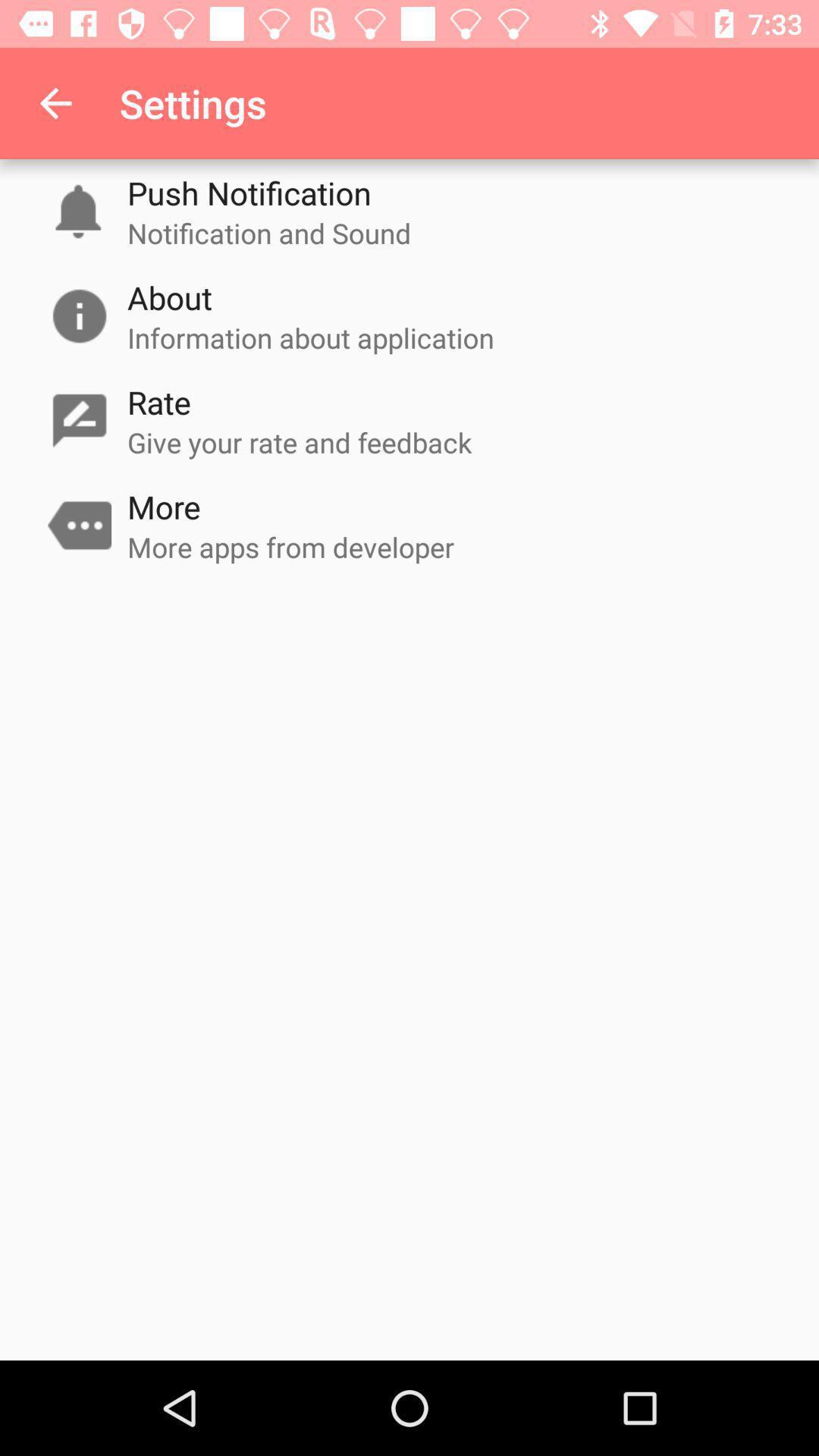 The image size is (819, 1456). What do you see at coordinates (300, 441) in the screenshot?
I see `item below rate icon` at bounding box center [300, 441].